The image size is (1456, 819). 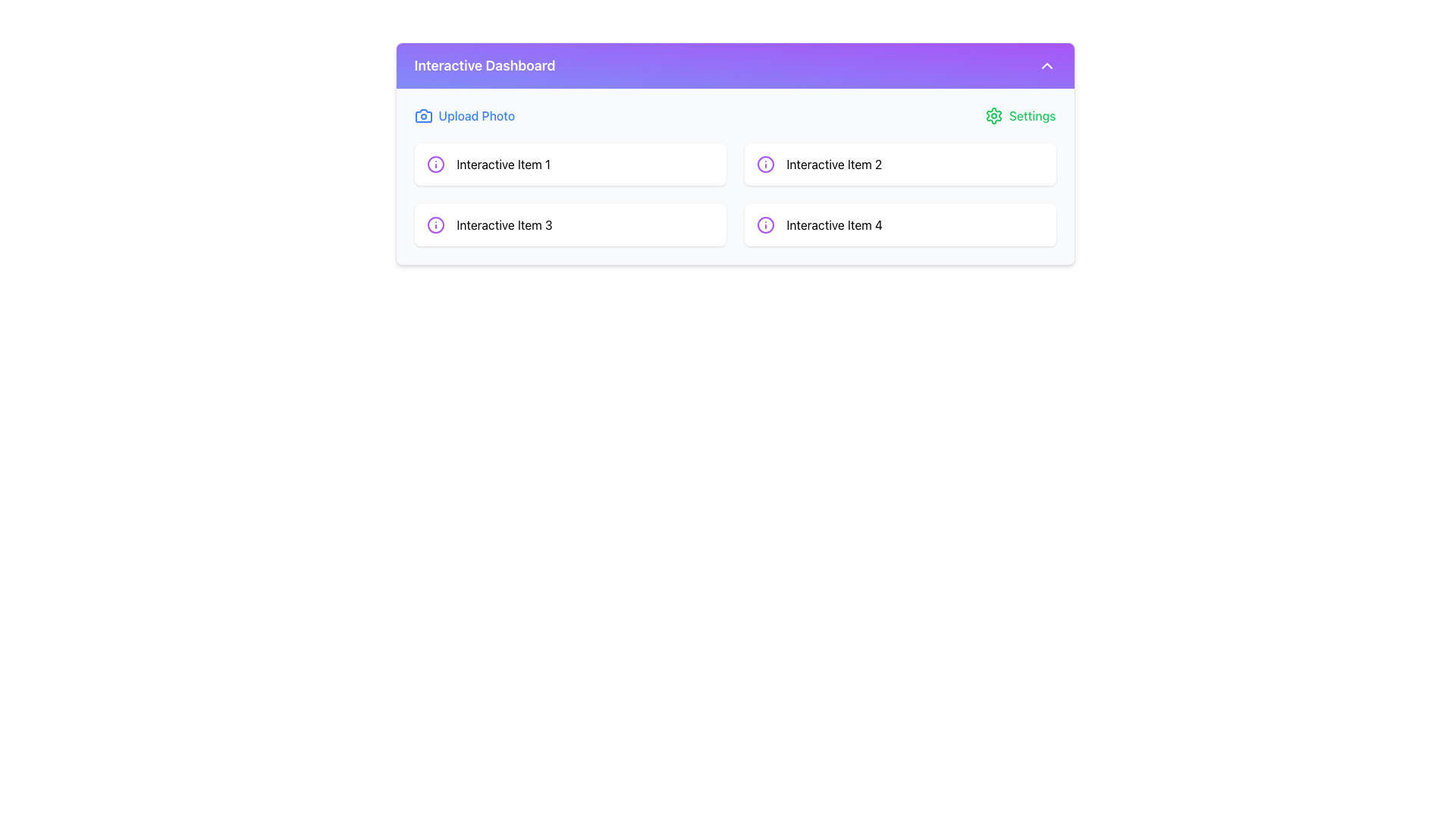 What do you see at coordinates (833, 164) in the screenshot?
I see `the text label that reads 'Interactive Item 2', located in the upper-right quadrant of the interface, next to a purple information icon` at bounding box center [833, 164].